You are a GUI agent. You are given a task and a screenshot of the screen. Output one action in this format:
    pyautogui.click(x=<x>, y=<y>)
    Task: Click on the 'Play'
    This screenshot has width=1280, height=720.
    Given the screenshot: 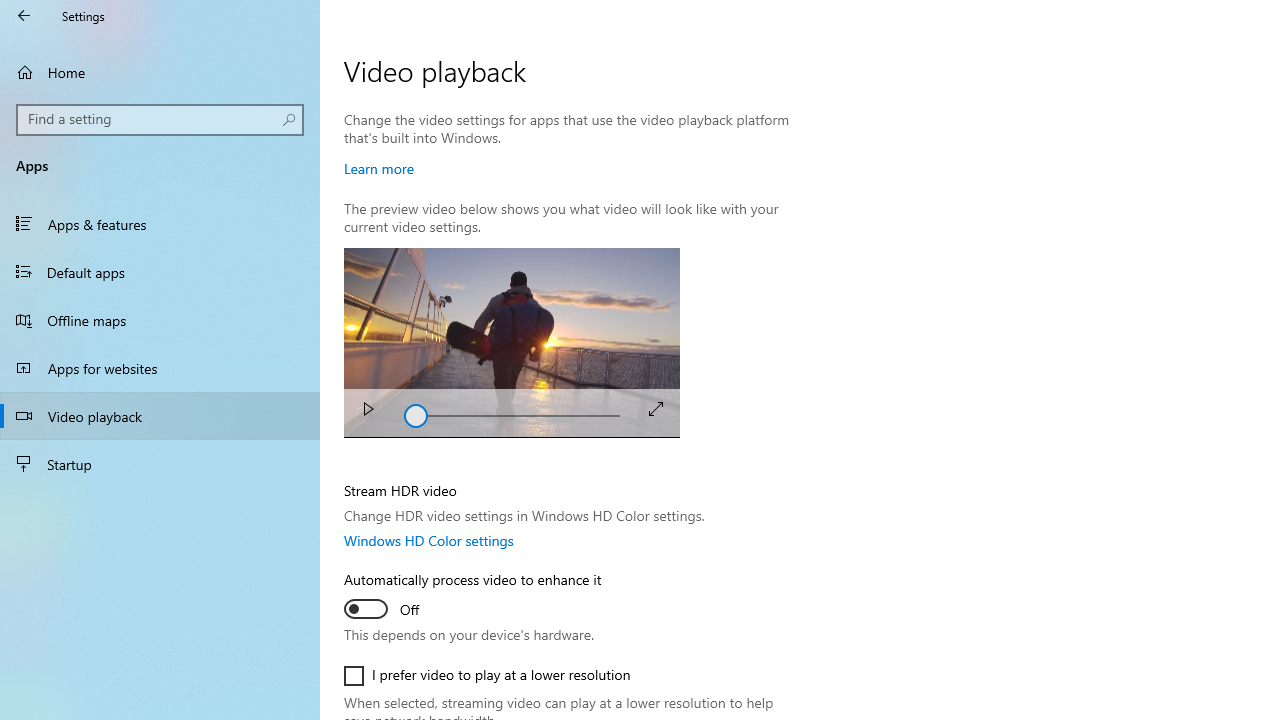 What is the action you would take?
    pyautogui.click(x=368, y=411)
    